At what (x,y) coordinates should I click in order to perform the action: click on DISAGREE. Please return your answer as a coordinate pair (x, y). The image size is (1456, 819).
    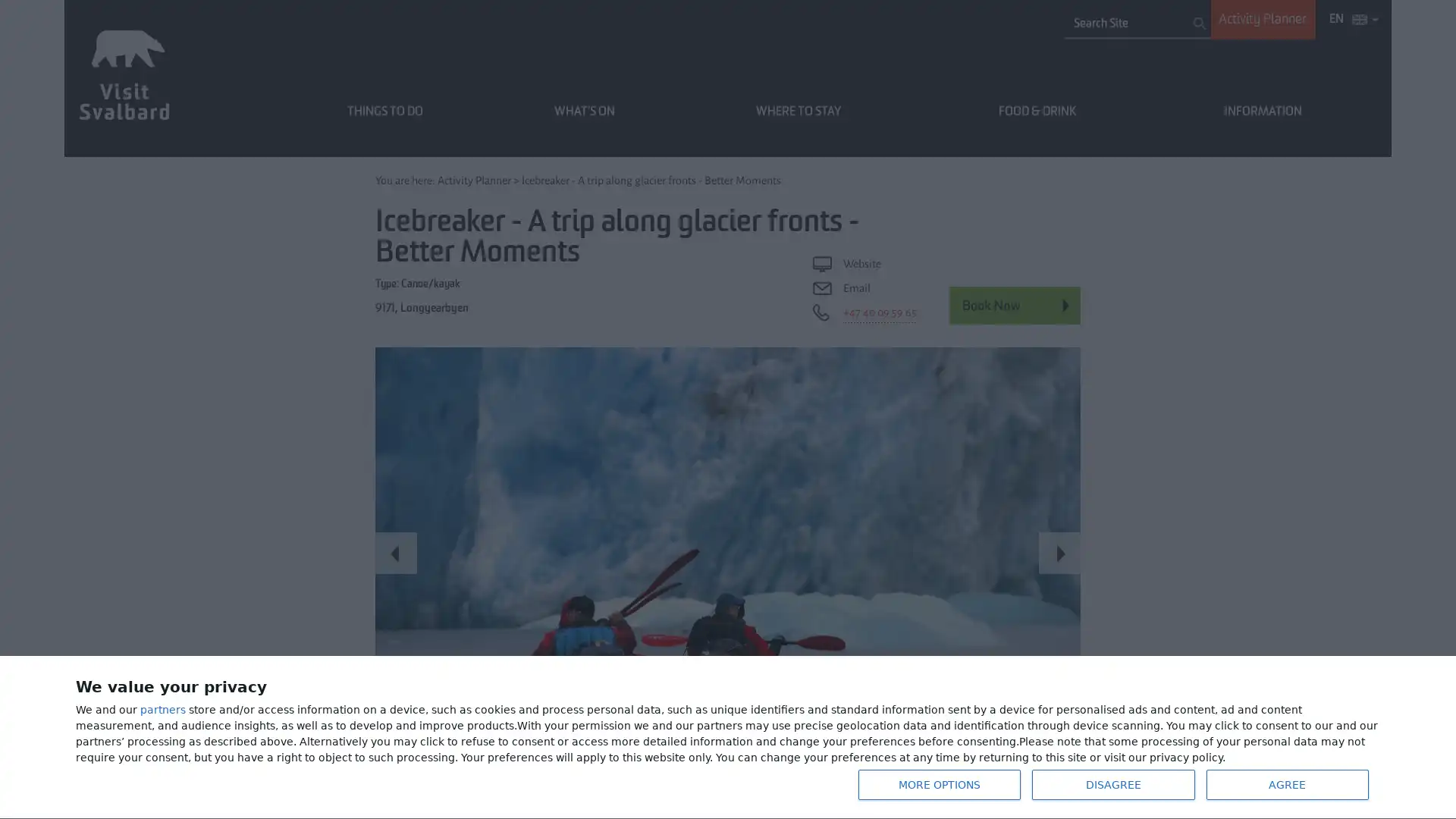
    Looking at the image, I should click on (1113, 784).